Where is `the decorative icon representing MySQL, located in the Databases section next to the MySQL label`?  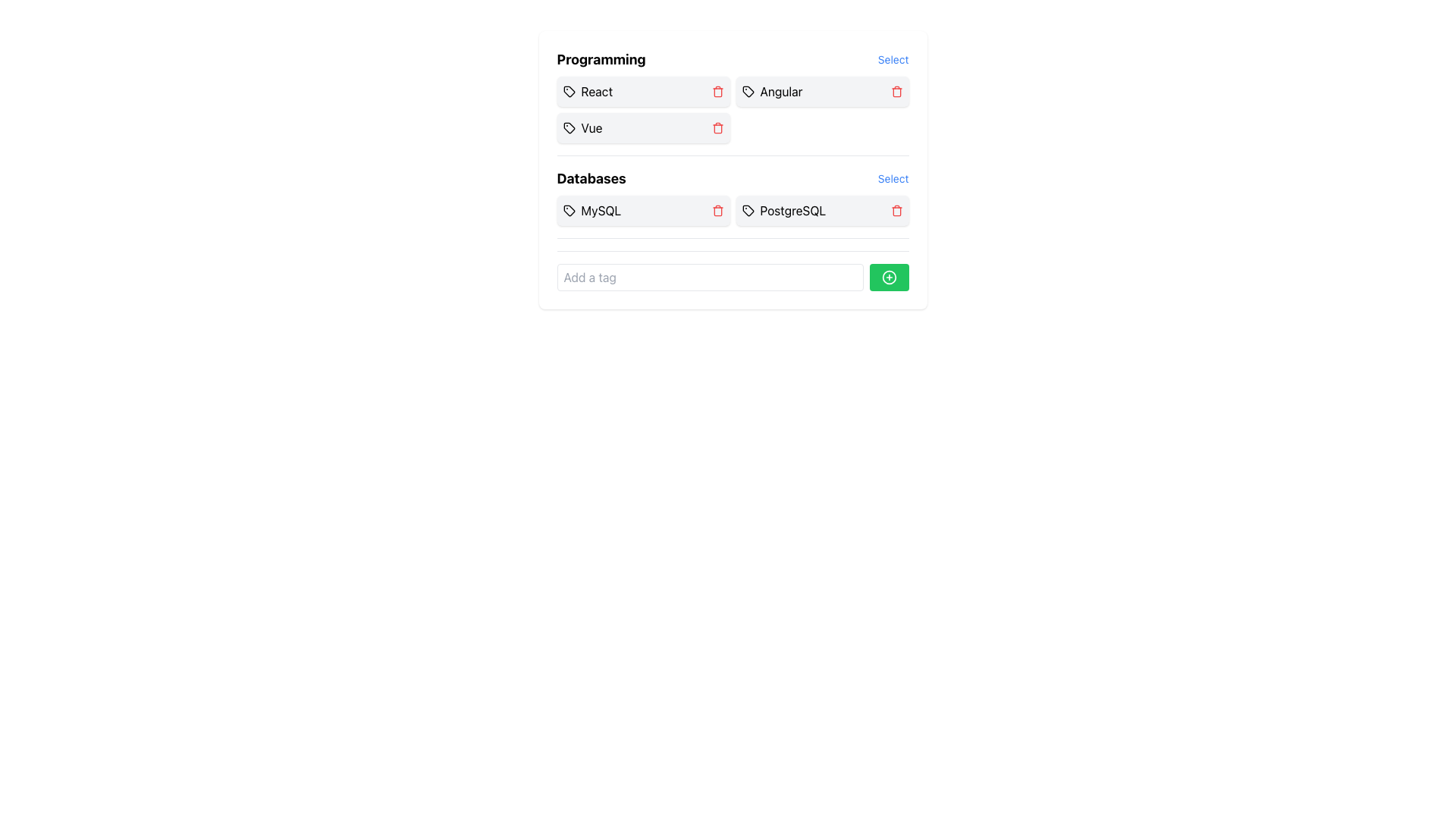
the decorative icon representing MySQL, located in the Databases section next to the MySQL label is located at coordinates (568, 210).